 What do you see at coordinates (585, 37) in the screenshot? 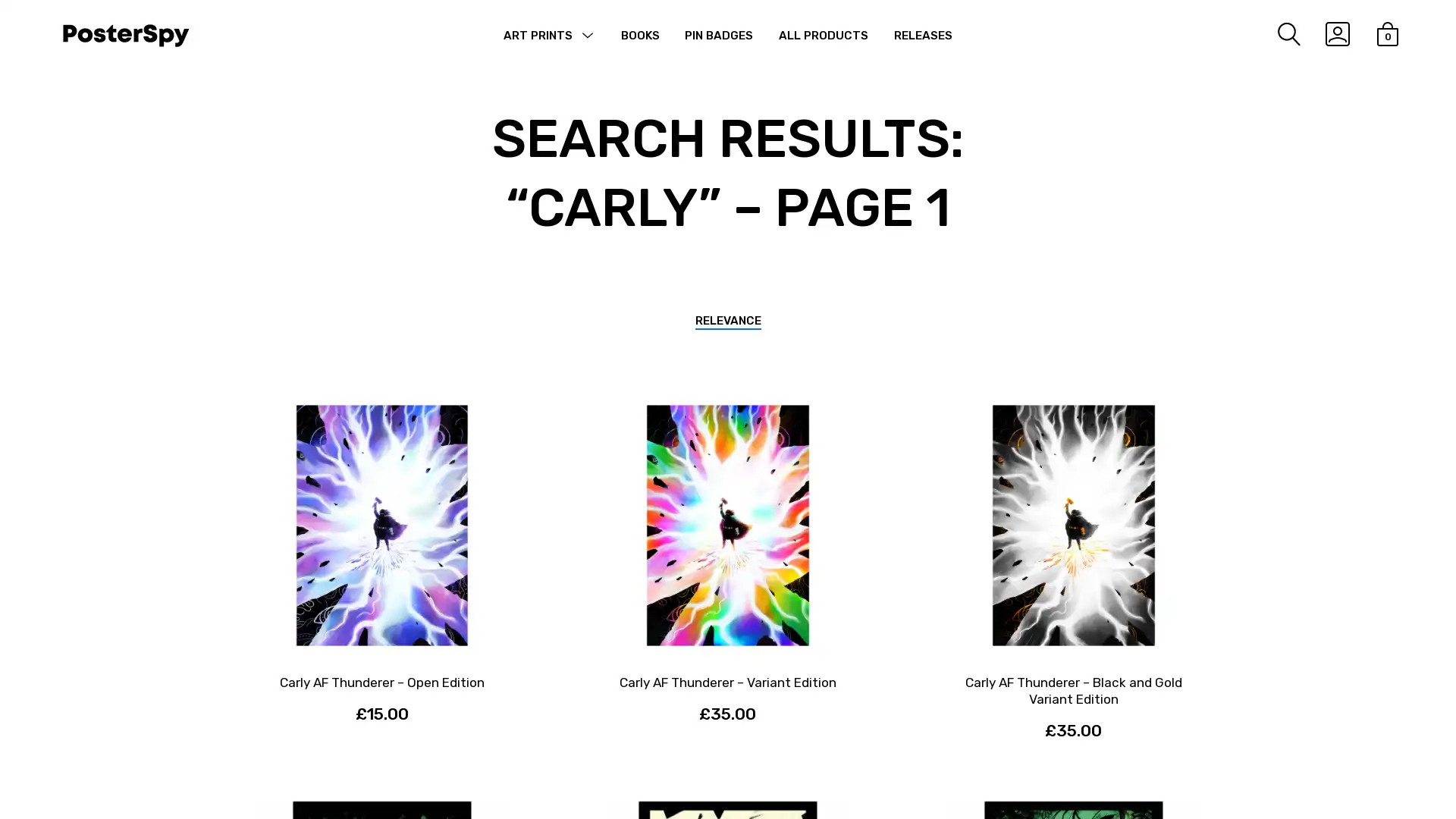
I see `MENU TOGGLE` at bounding box center [585, 37].